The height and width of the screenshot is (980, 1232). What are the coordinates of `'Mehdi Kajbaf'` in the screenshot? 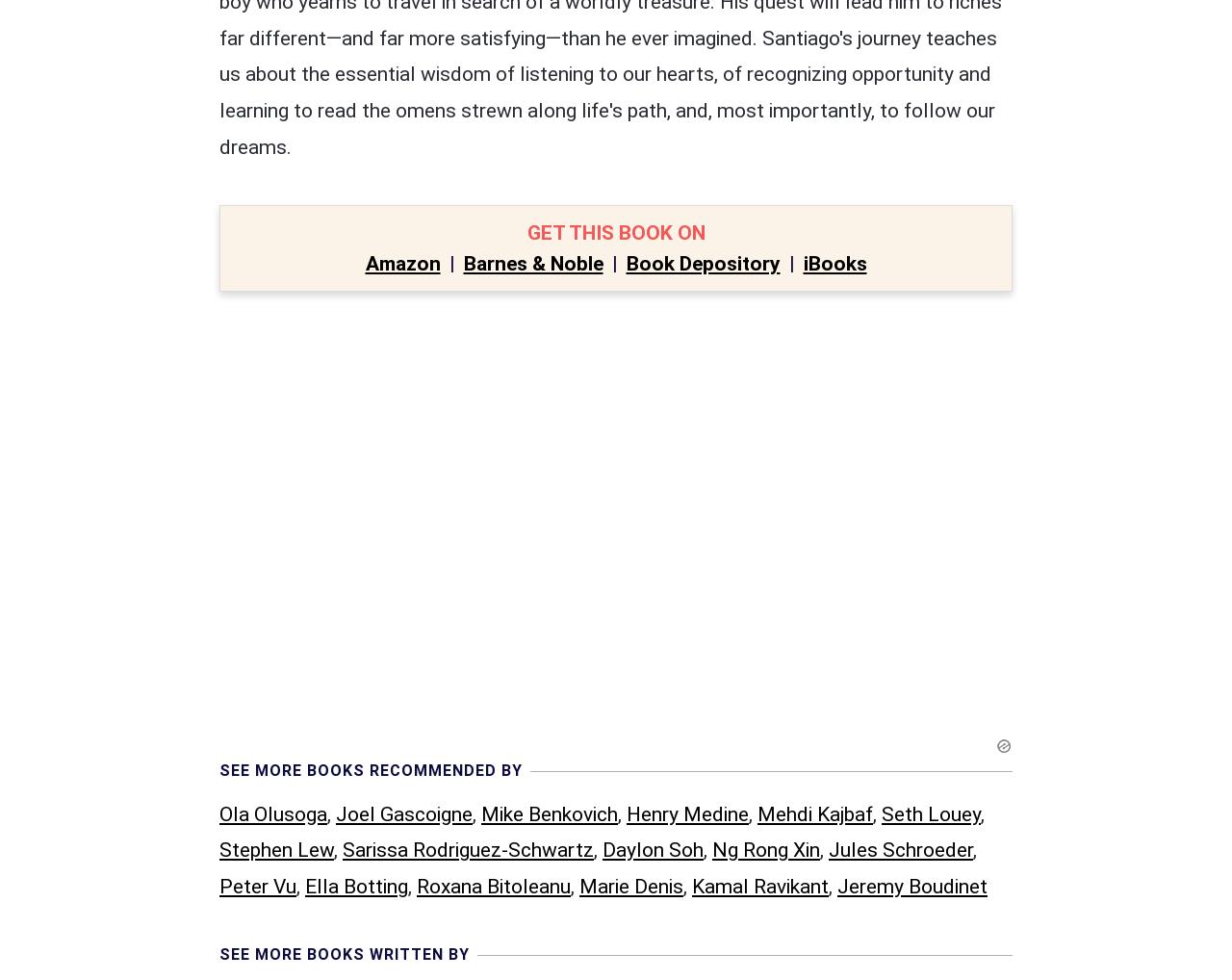 It's located at (814, 413).